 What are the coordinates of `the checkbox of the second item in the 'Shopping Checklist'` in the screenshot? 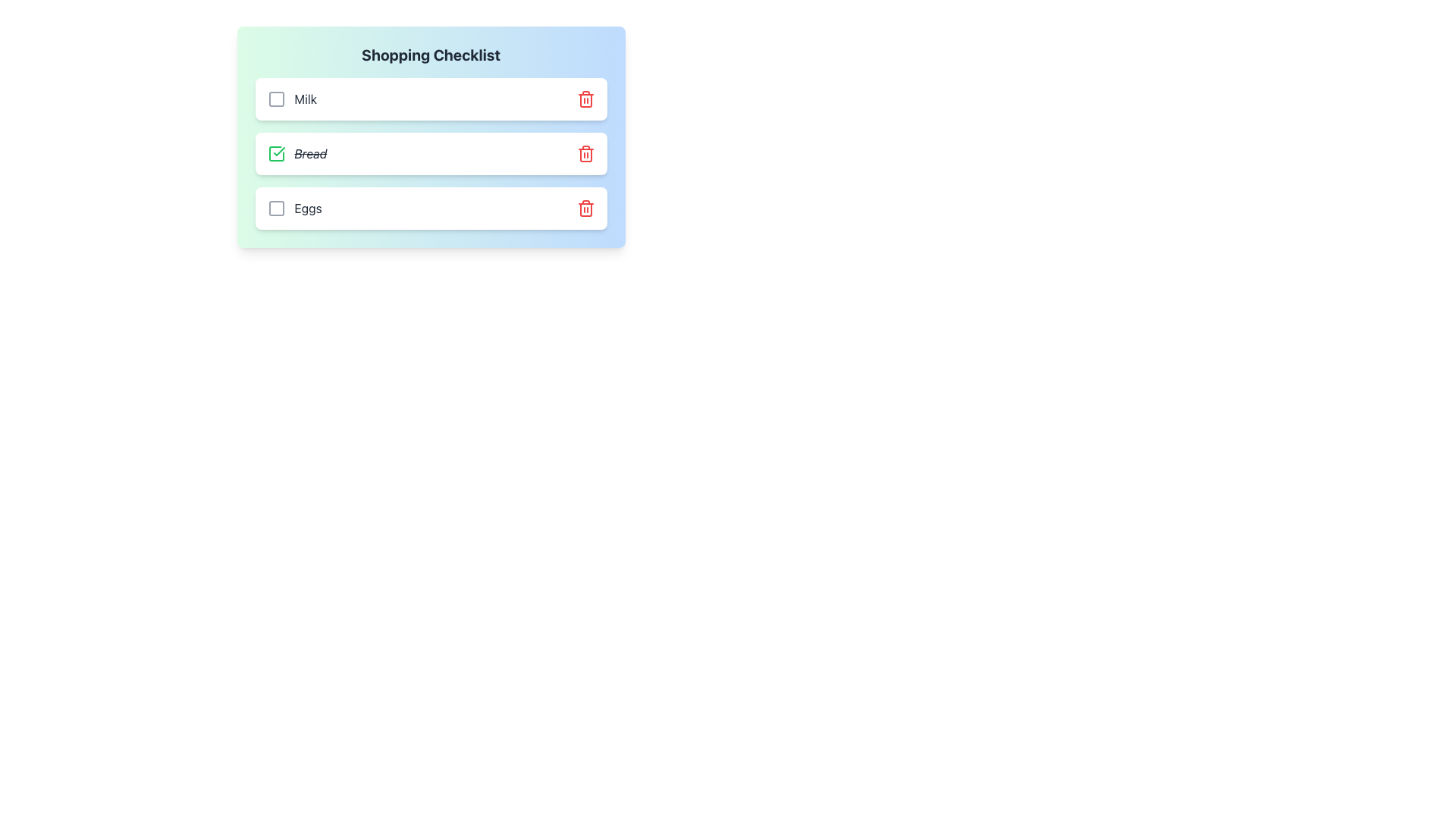 It's located at (430, 154).